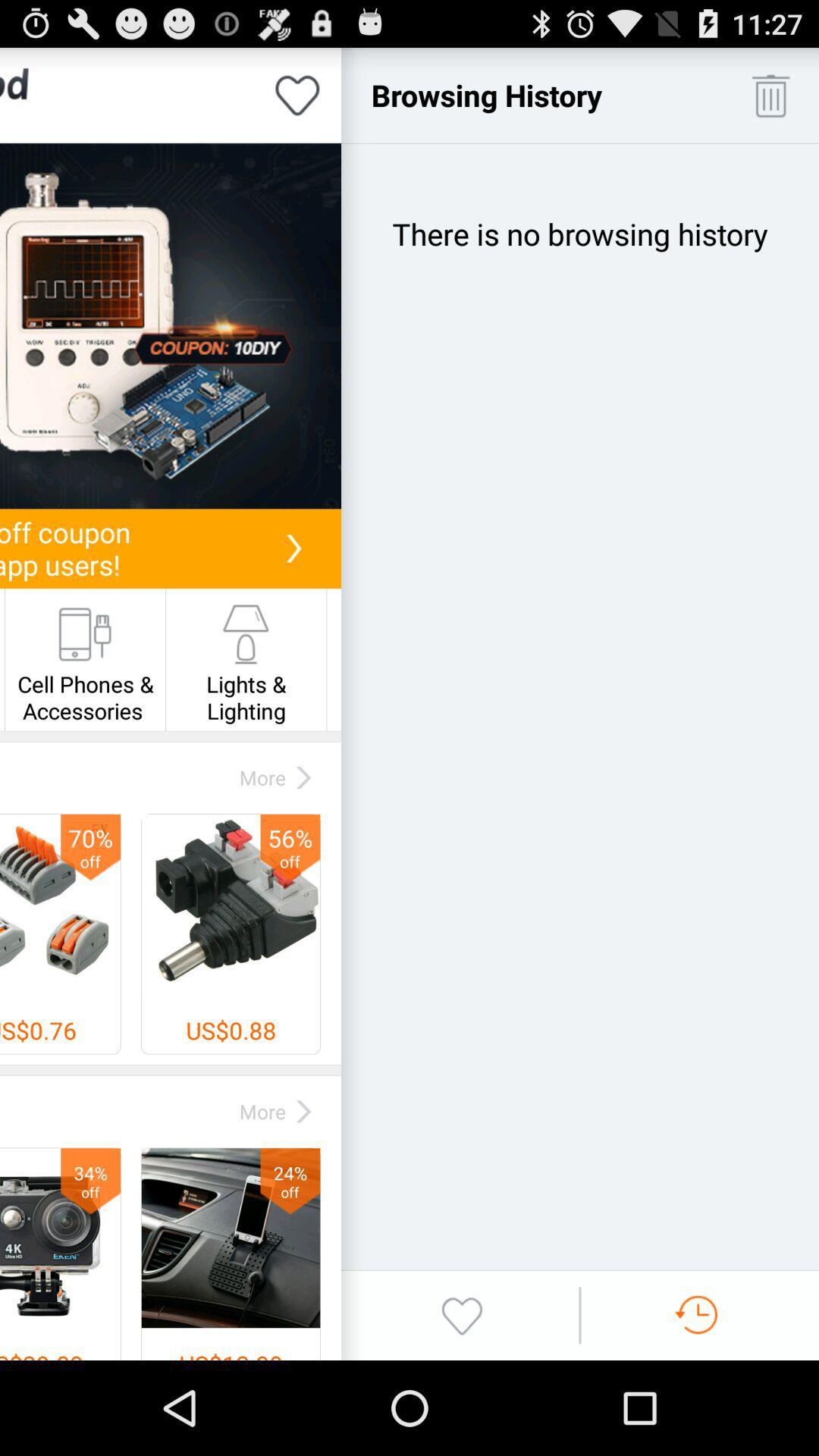 The image size is (819, 1456). Describe the element at coordinates (770, 94) in the screenshot. I see `trash history` at that location.